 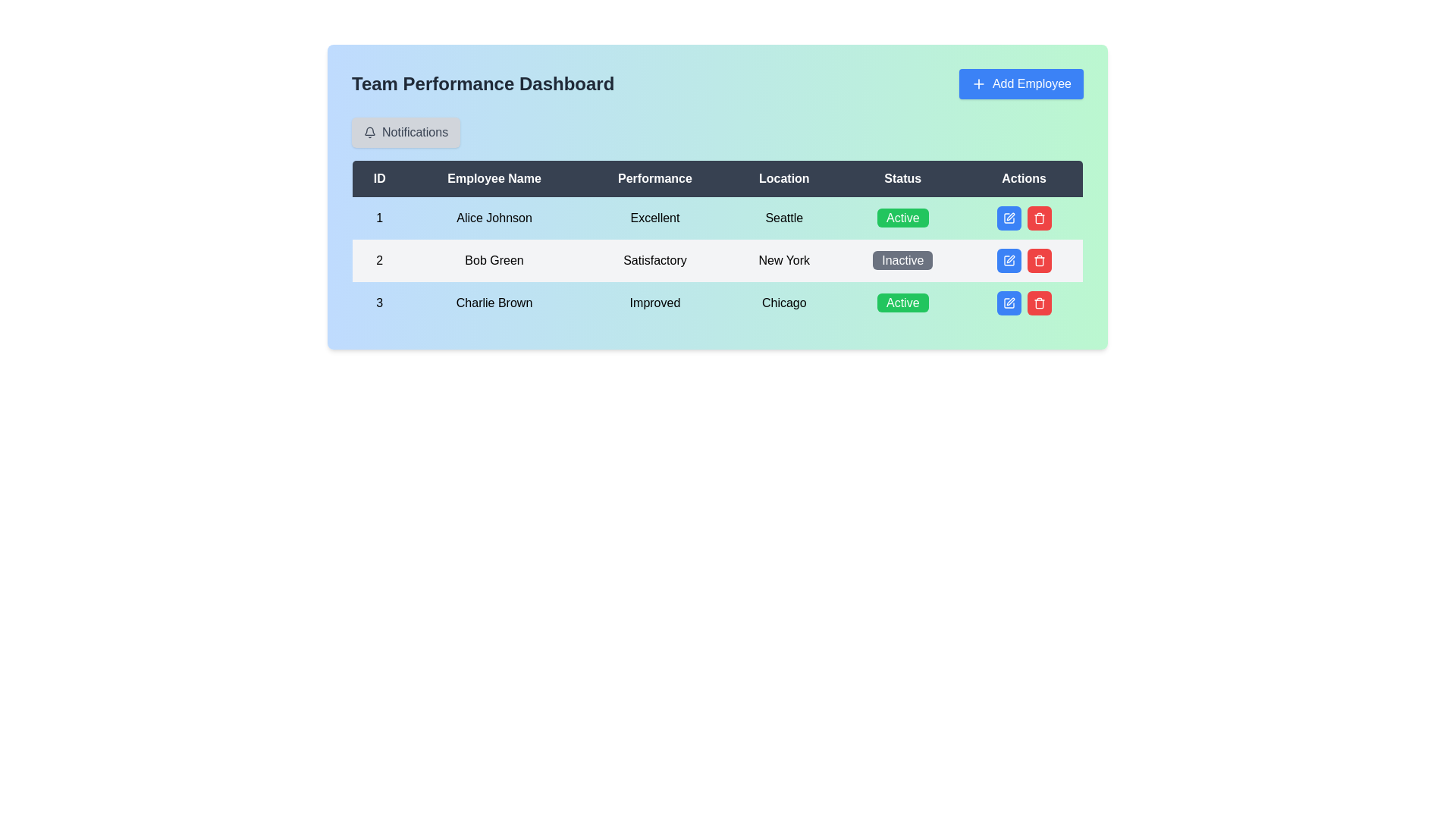 What do you see at coordinates (902, 303) in the screenshot?
I see `the 'Active' status label for 'Charlie Brown' in the Status column of the table, which is the third row` at bounding box center [902, 303].